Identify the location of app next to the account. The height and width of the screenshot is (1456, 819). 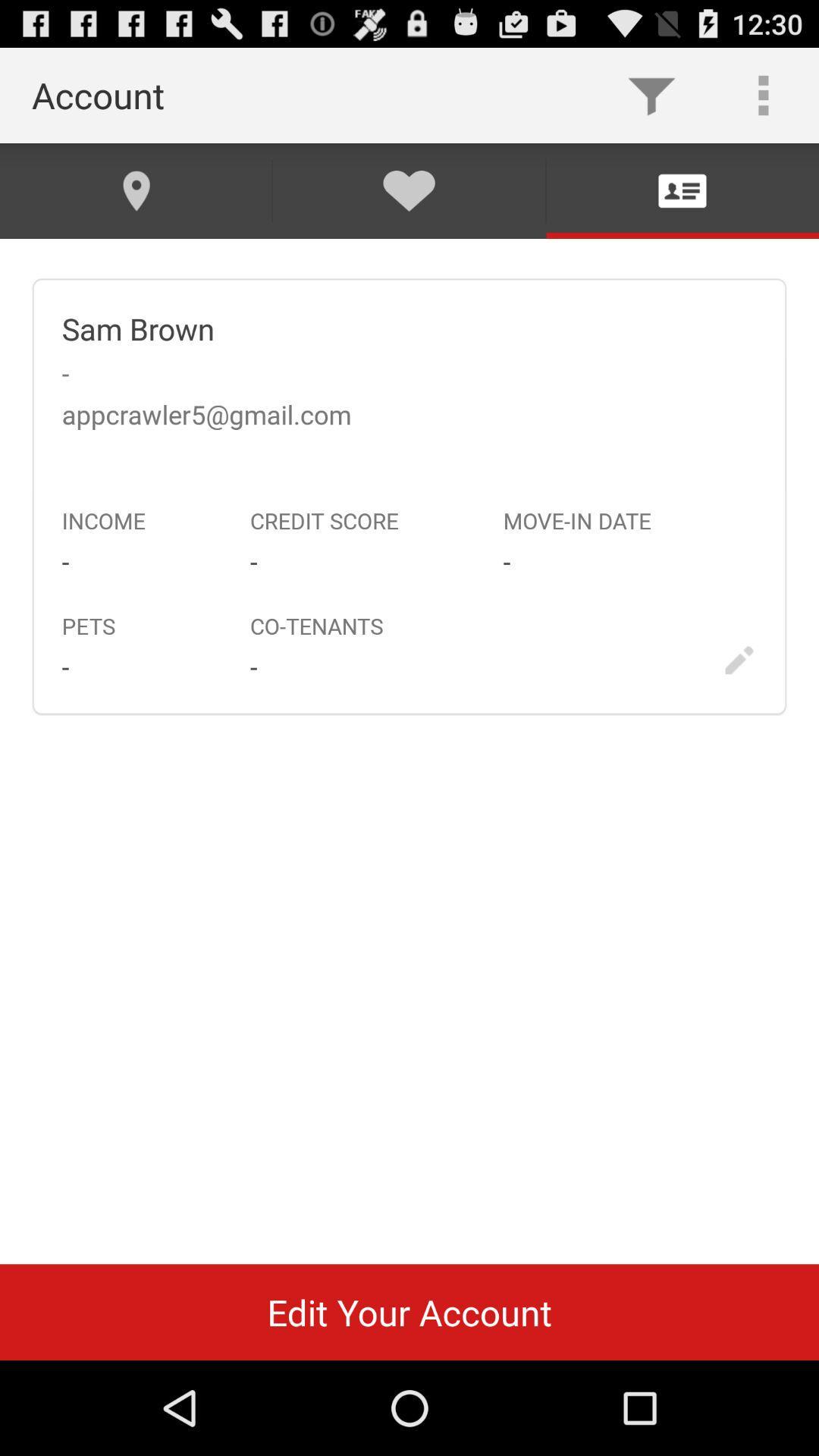
(651, 94).